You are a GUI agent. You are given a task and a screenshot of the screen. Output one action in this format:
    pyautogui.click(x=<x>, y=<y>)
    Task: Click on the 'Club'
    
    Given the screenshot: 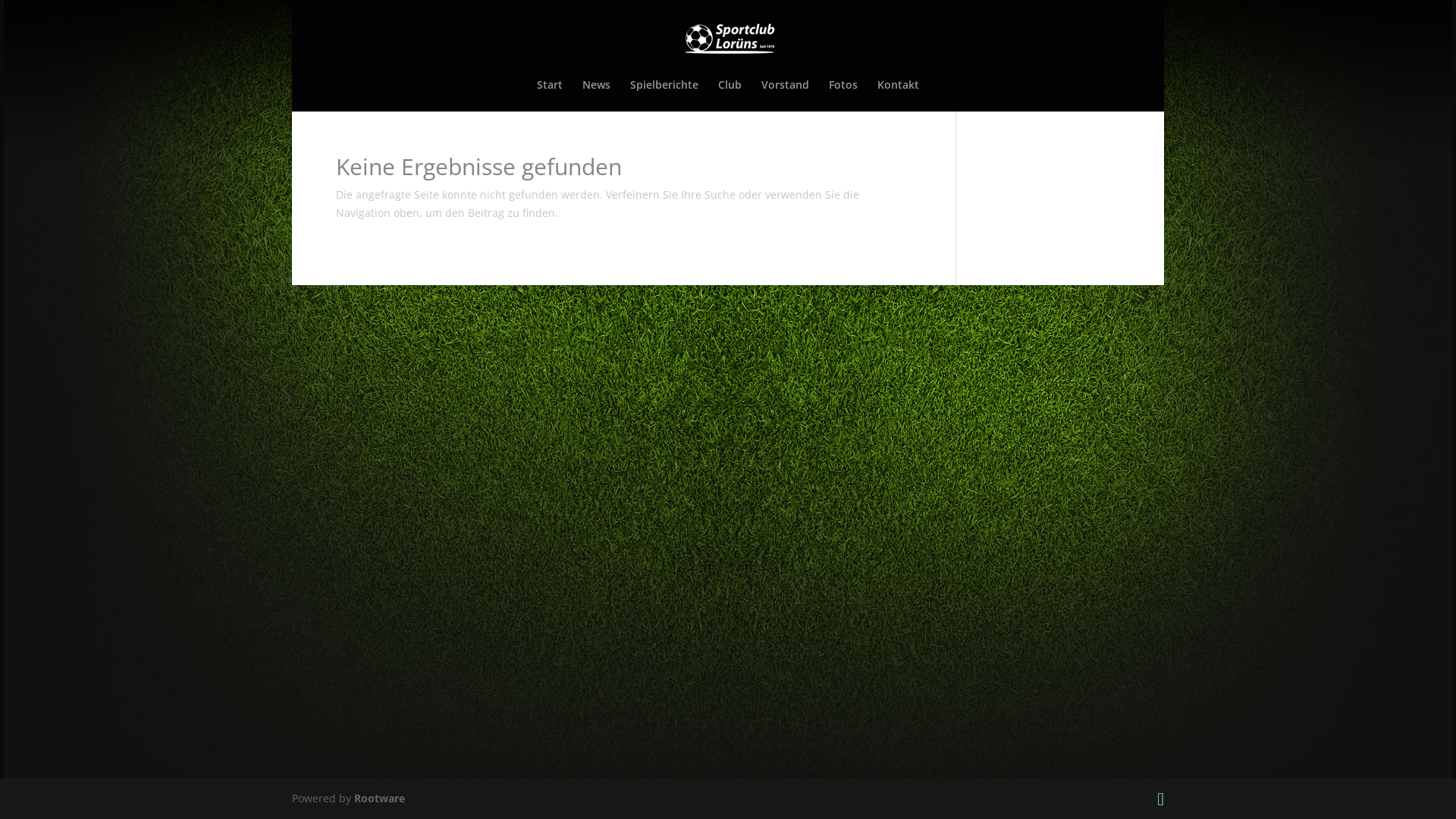 What is the action you would take?
    pyautogui.click(x=730, y=96)
    